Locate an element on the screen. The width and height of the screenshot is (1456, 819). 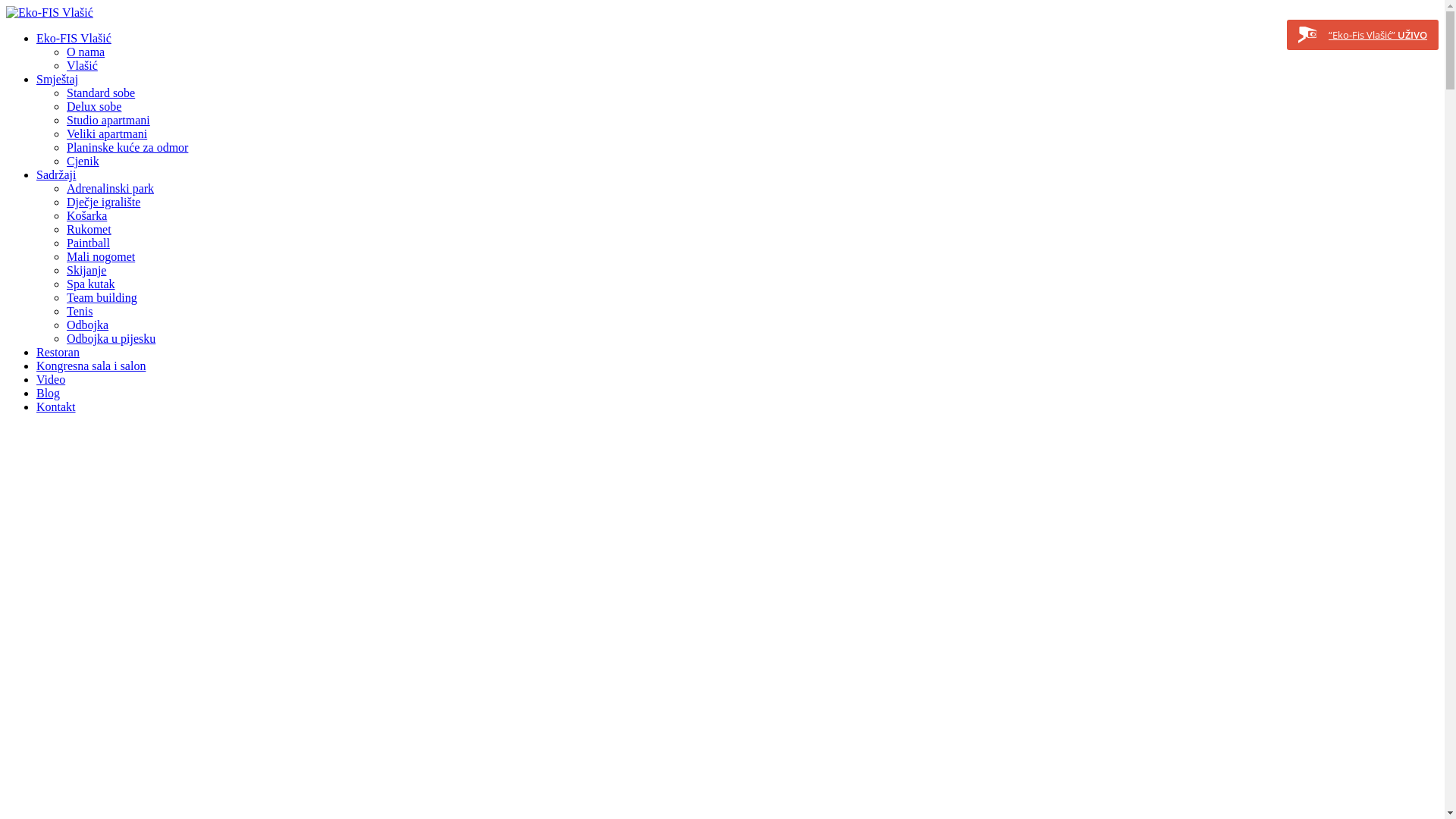
'Blog' is located at coordinates (48, 392).